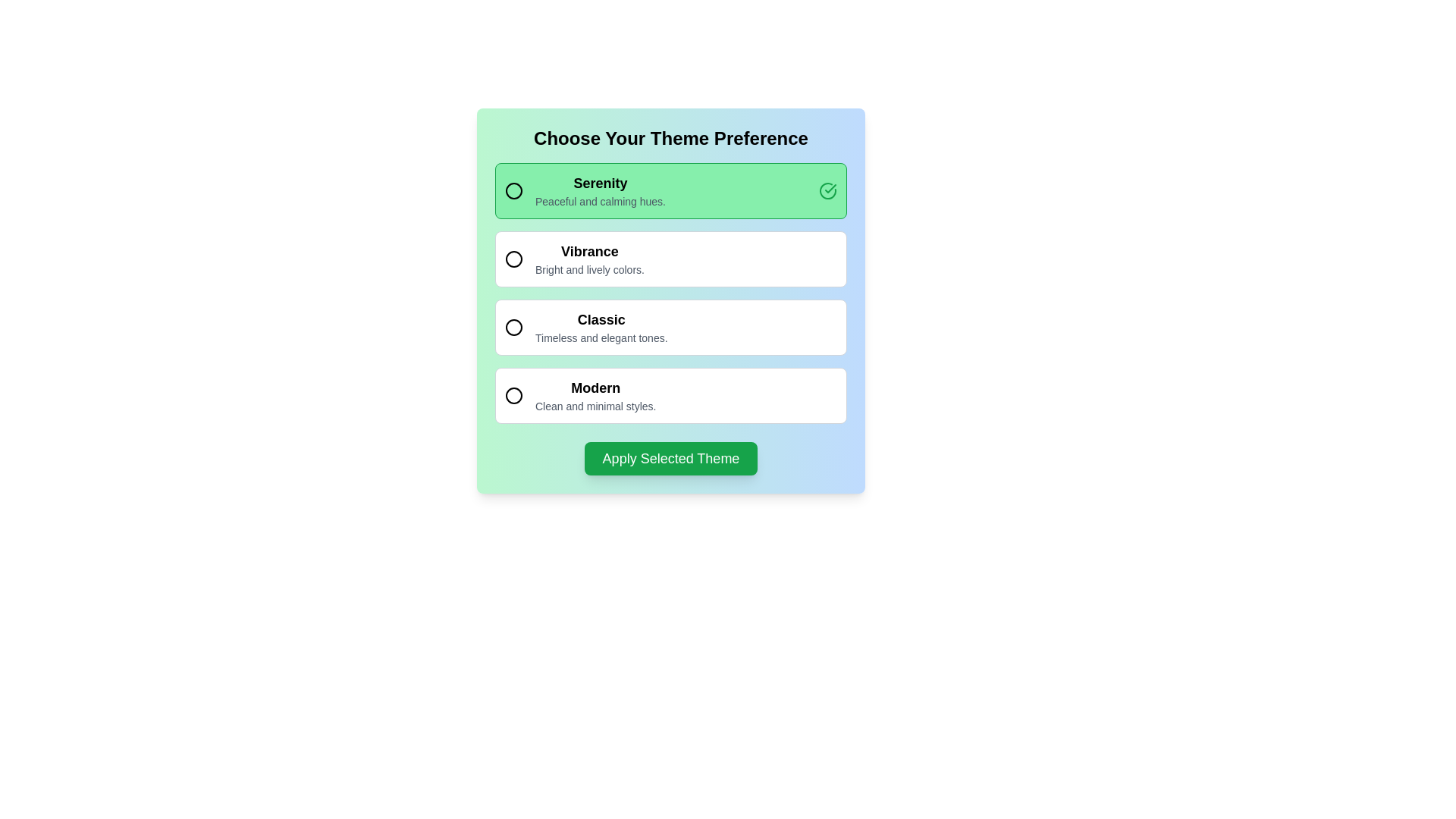  I want to click on the descriptive text label for the 'Serenity' theme option, which is located directly below the 'Serenity' text in the topmost green panel of the theme preference selection, so click(600, 201).